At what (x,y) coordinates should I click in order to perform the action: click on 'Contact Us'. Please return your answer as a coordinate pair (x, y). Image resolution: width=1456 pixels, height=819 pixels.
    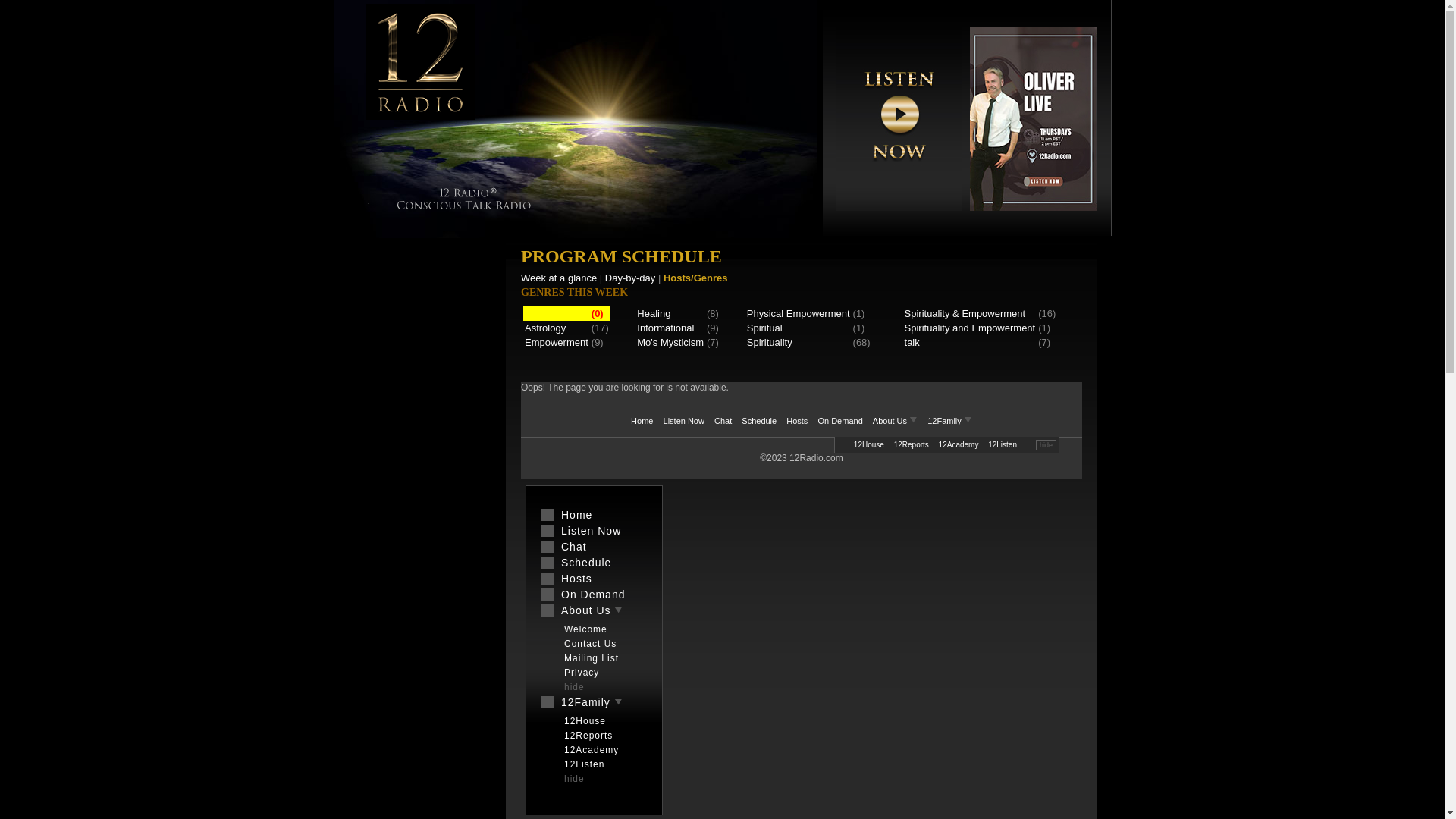
    Looking at the image, I should click on (601, 643).